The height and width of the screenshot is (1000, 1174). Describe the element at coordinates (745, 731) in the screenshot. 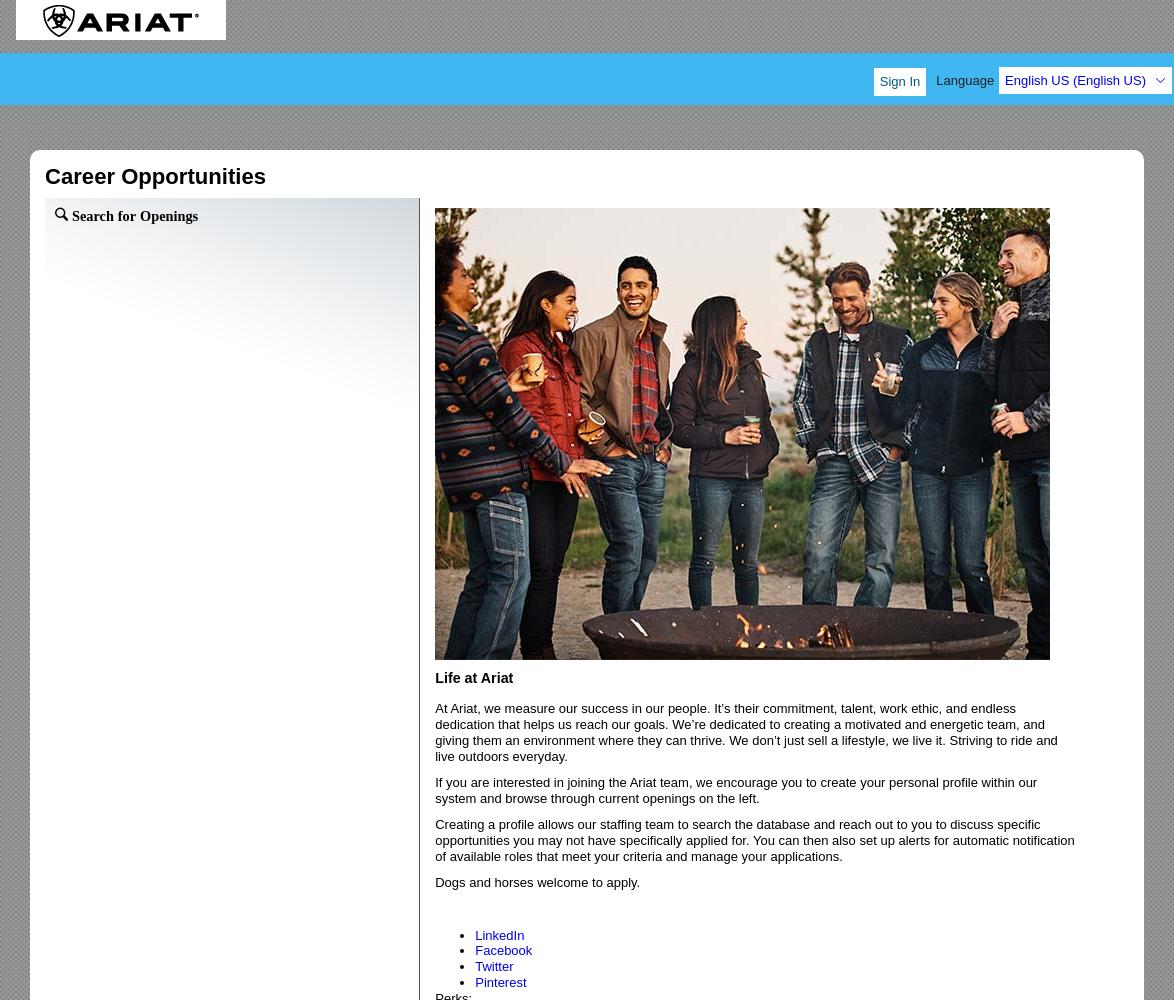

I see `'At Ariat, we measure our success in our people. It’s their commitment, talent, work ethic, and endless dedication that helps us reach our goals. We’re dedicated to creating a motivated and energetic team, and giving them an environment where they can thrive. We don’t just sell a lifestyle, we live it. Striving to ride and live outdoors everyday.'` at that location.